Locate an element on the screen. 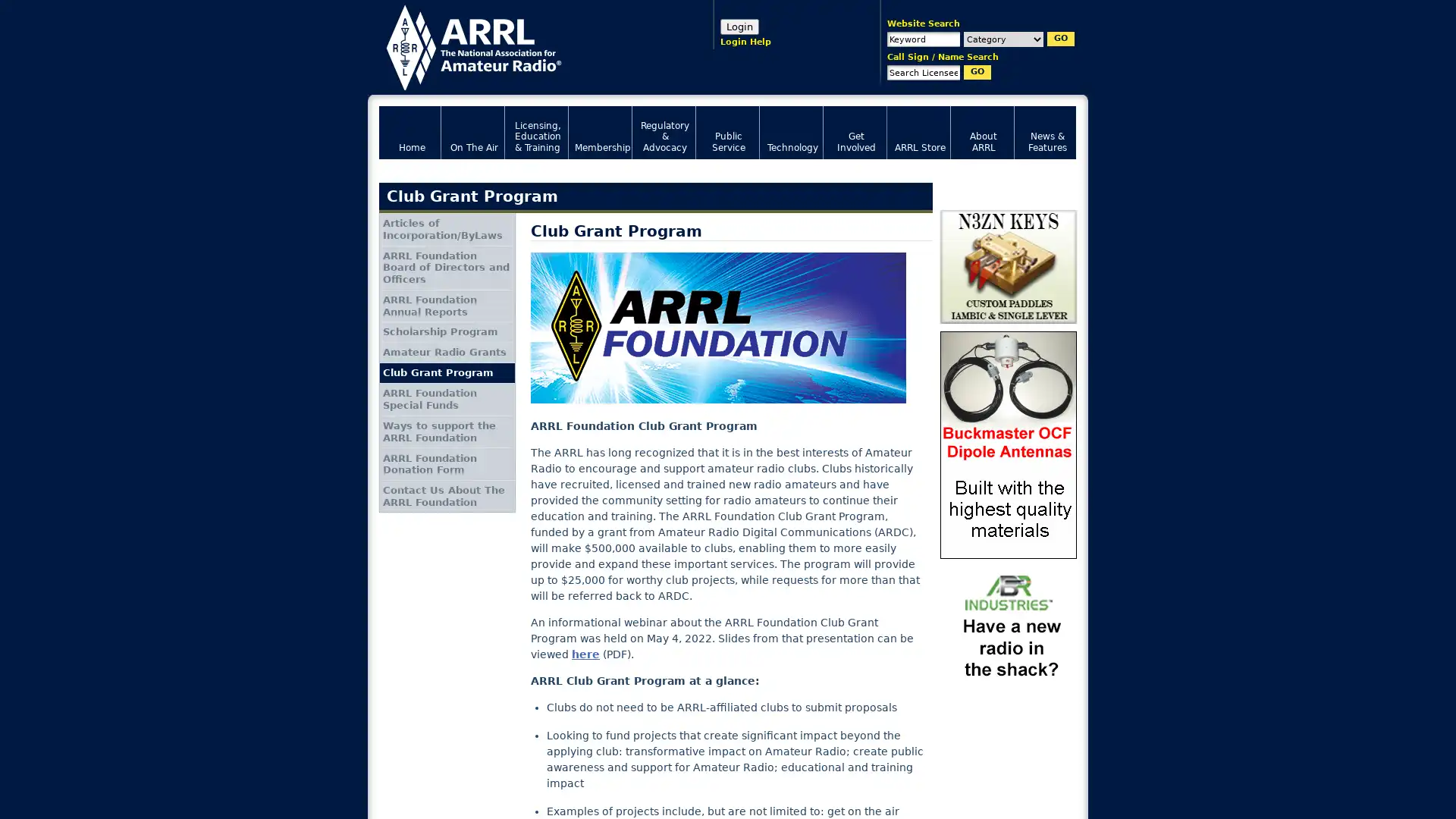 The width and height of the screenshot is (1456, 819). Login is located at coordinates (739, 27).